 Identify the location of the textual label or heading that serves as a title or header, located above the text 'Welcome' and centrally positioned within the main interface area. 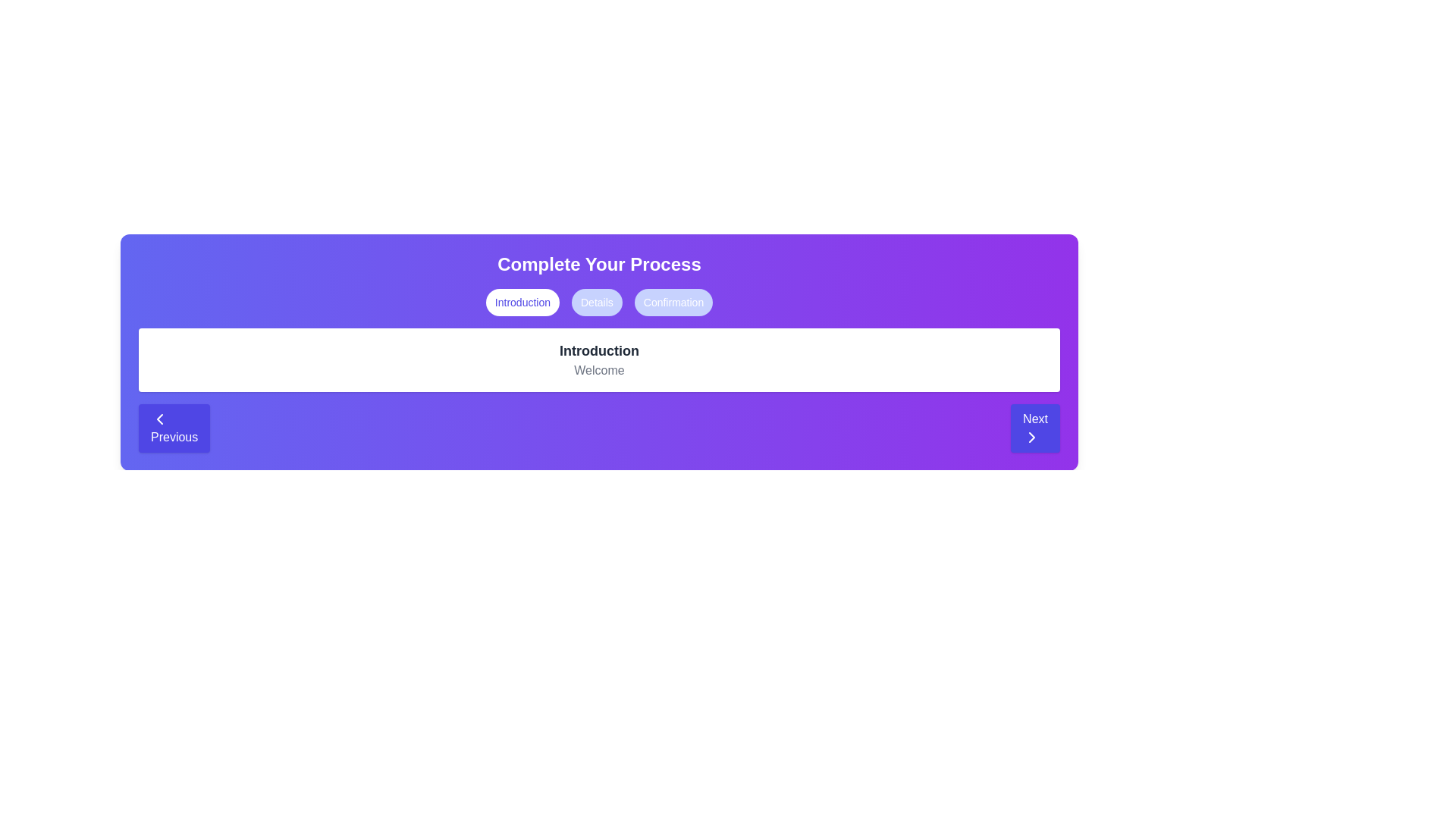
(598, 350).